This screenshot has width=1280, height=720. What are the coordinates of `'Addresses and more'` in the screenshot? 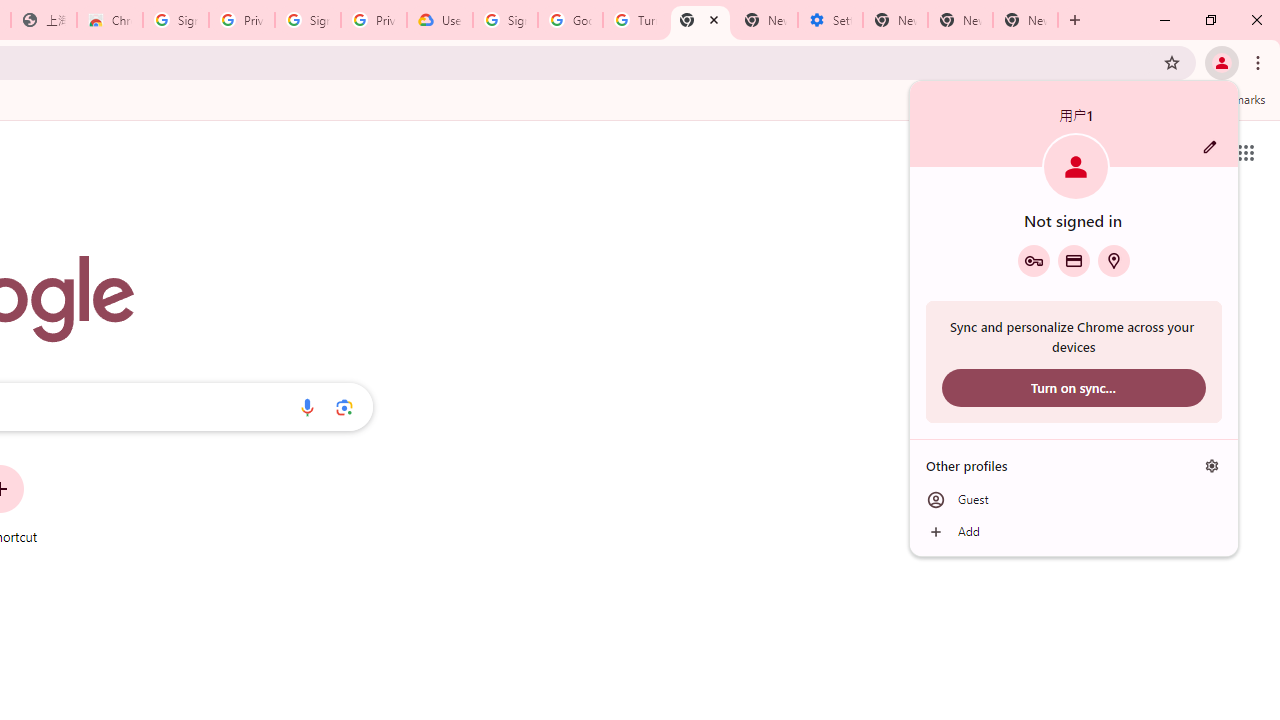 It's located at (1113, 260).